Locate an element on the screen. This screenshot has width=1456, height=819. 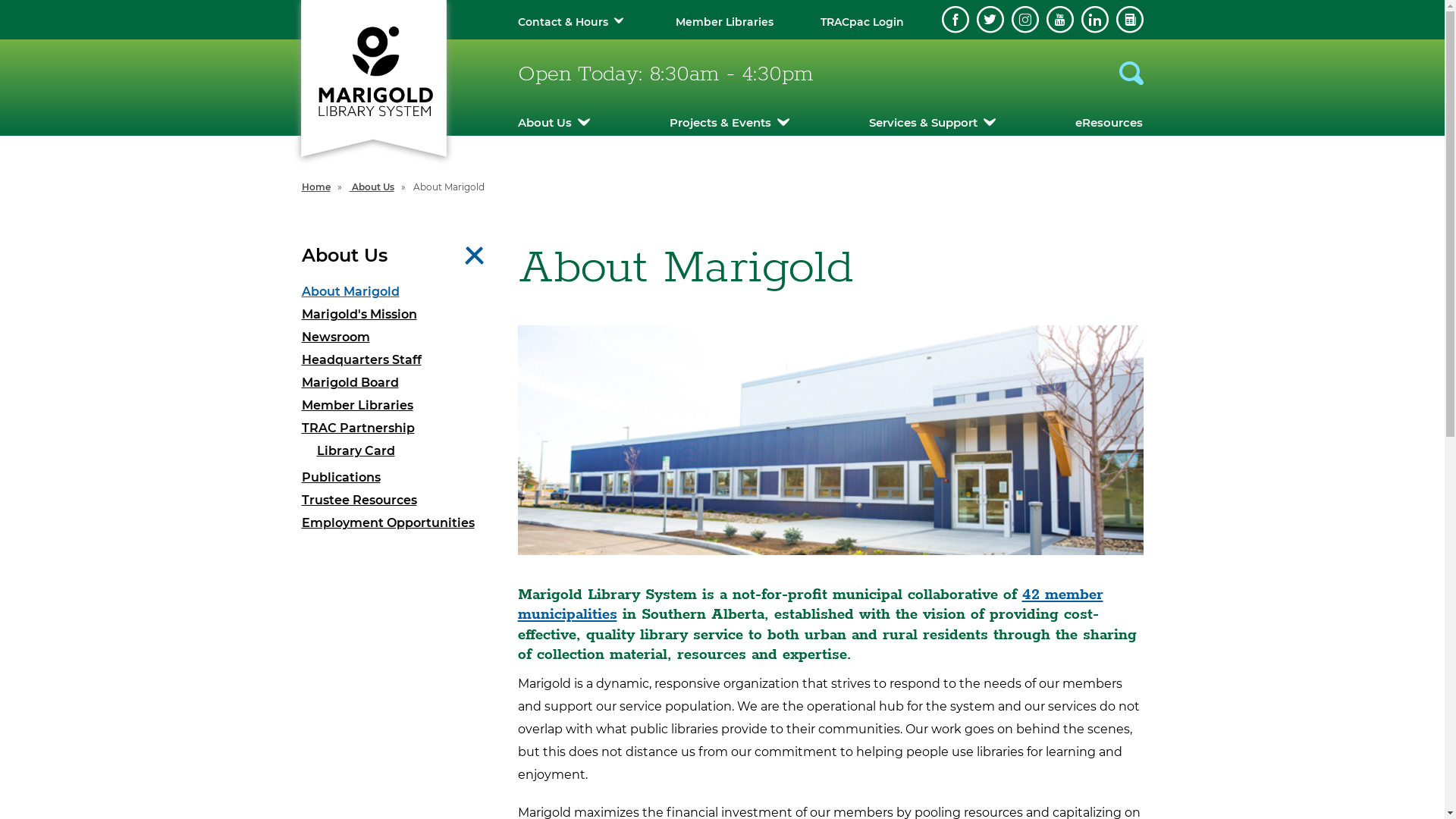
'Member Libraries' is located at coordinates (302, 405).